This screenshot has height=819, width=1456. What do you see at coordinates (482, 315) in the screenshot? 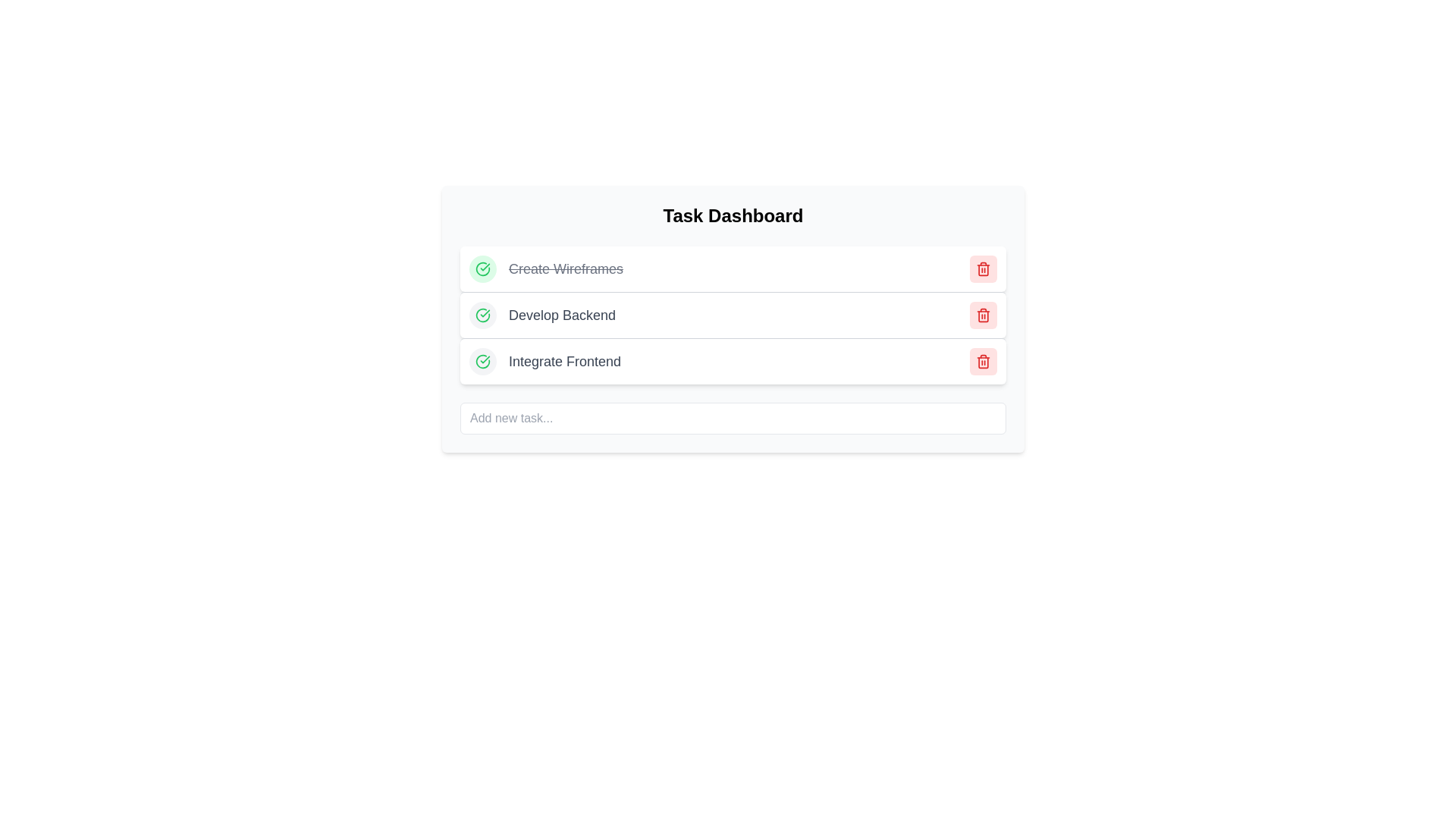
I see `the circular shape of the checkmark icon indicating the completion of the task 'Create Wireframes', which has a green border and represents success` at bounding box center [482, 315].